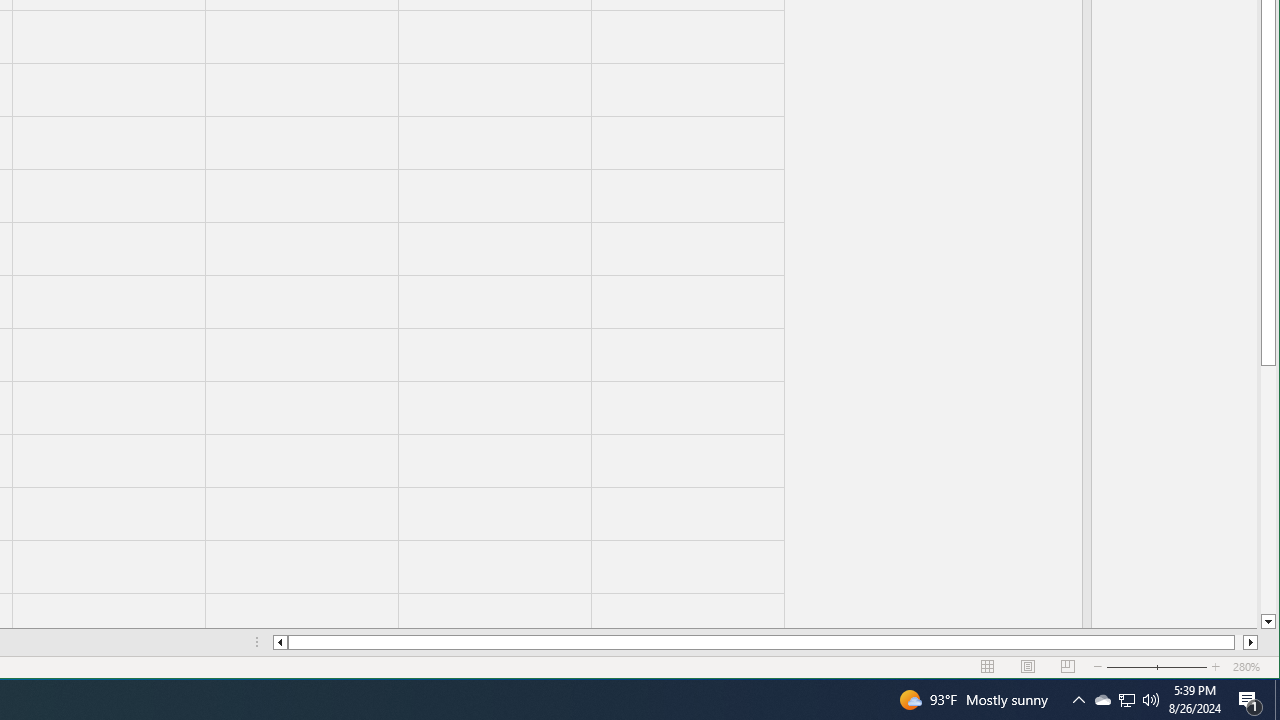 This screenshot has height=720, width=1280. Describe the element at coordinates (1250, 642) in the screenshot. I see `'Zoom In'` at that location.